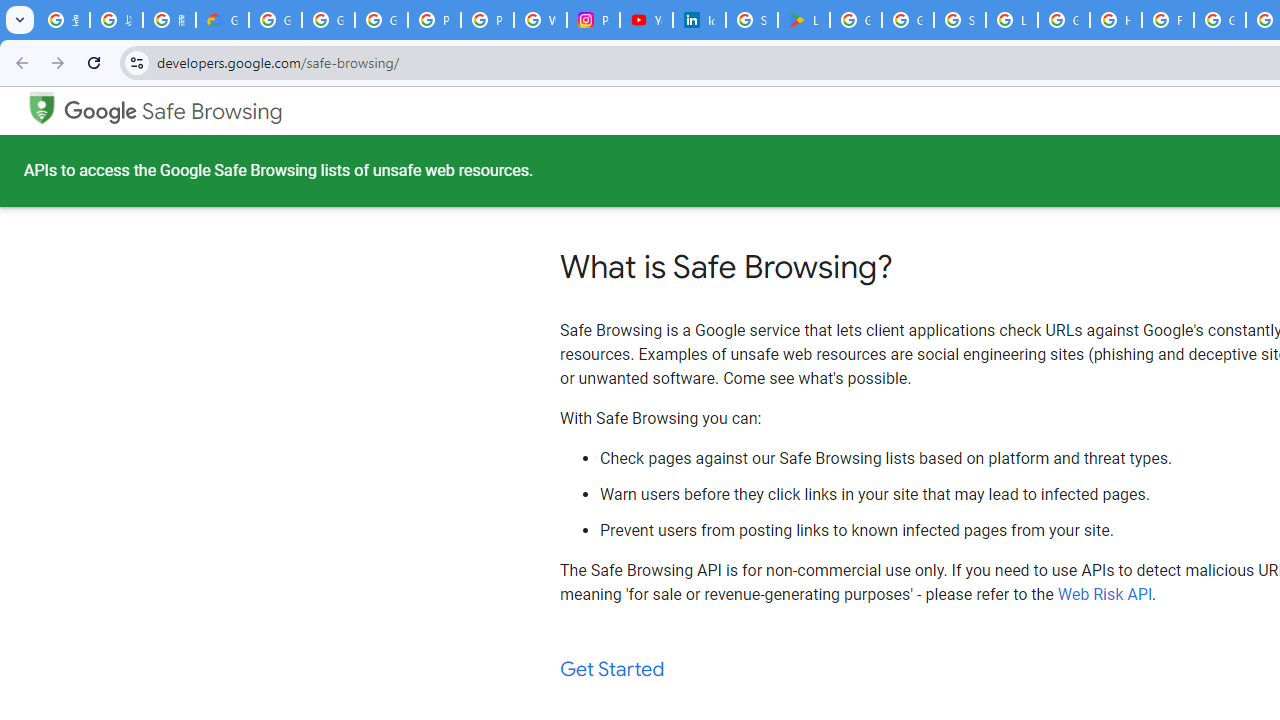 The height and width of the screenshot is (720, 1280). What do you see at coordinates (173, 111) in the screenshot?
I see `'Google Safe Browsing'` at bounding box center [173, 111].